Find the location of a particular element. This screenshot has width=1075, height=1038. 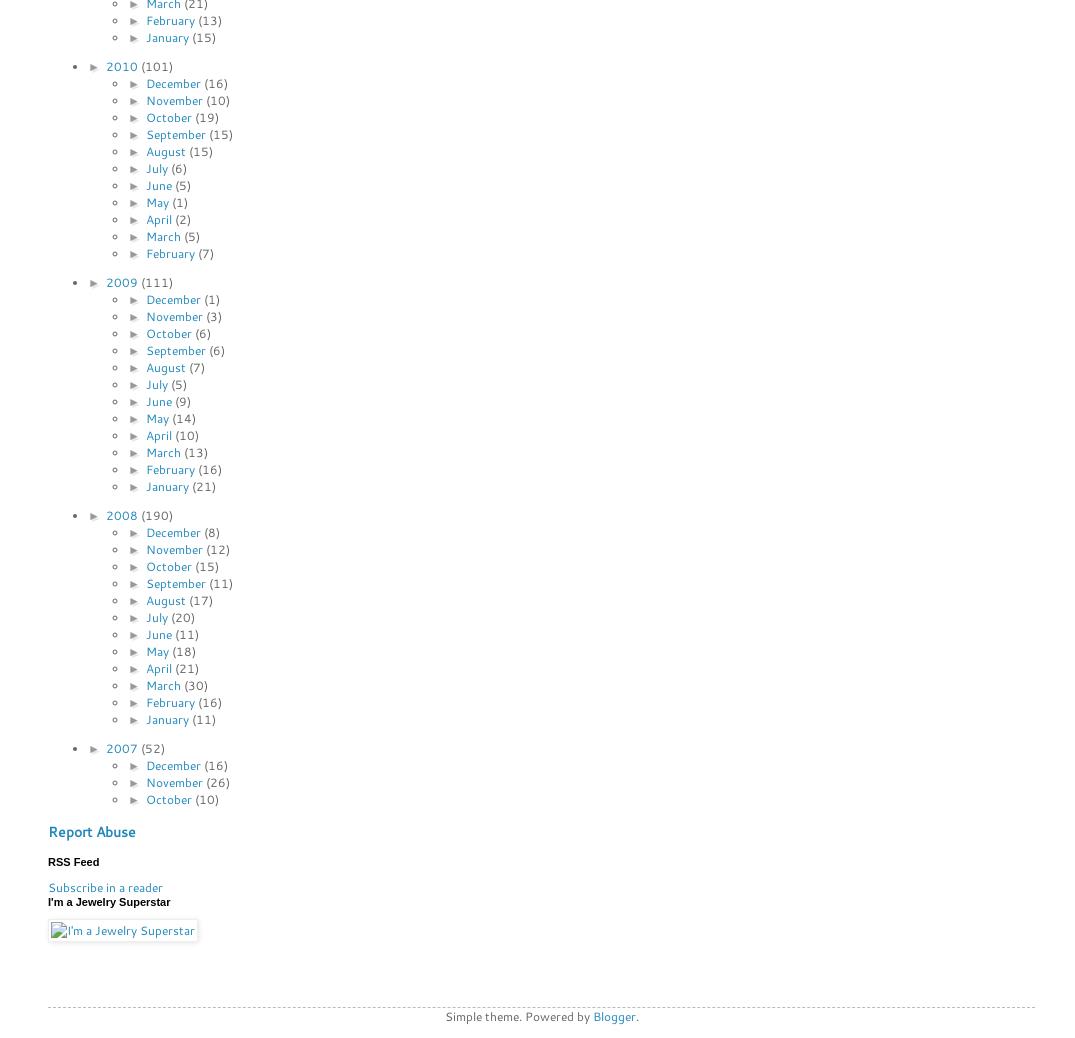

'(190)' is located at coordinates (155, 514).